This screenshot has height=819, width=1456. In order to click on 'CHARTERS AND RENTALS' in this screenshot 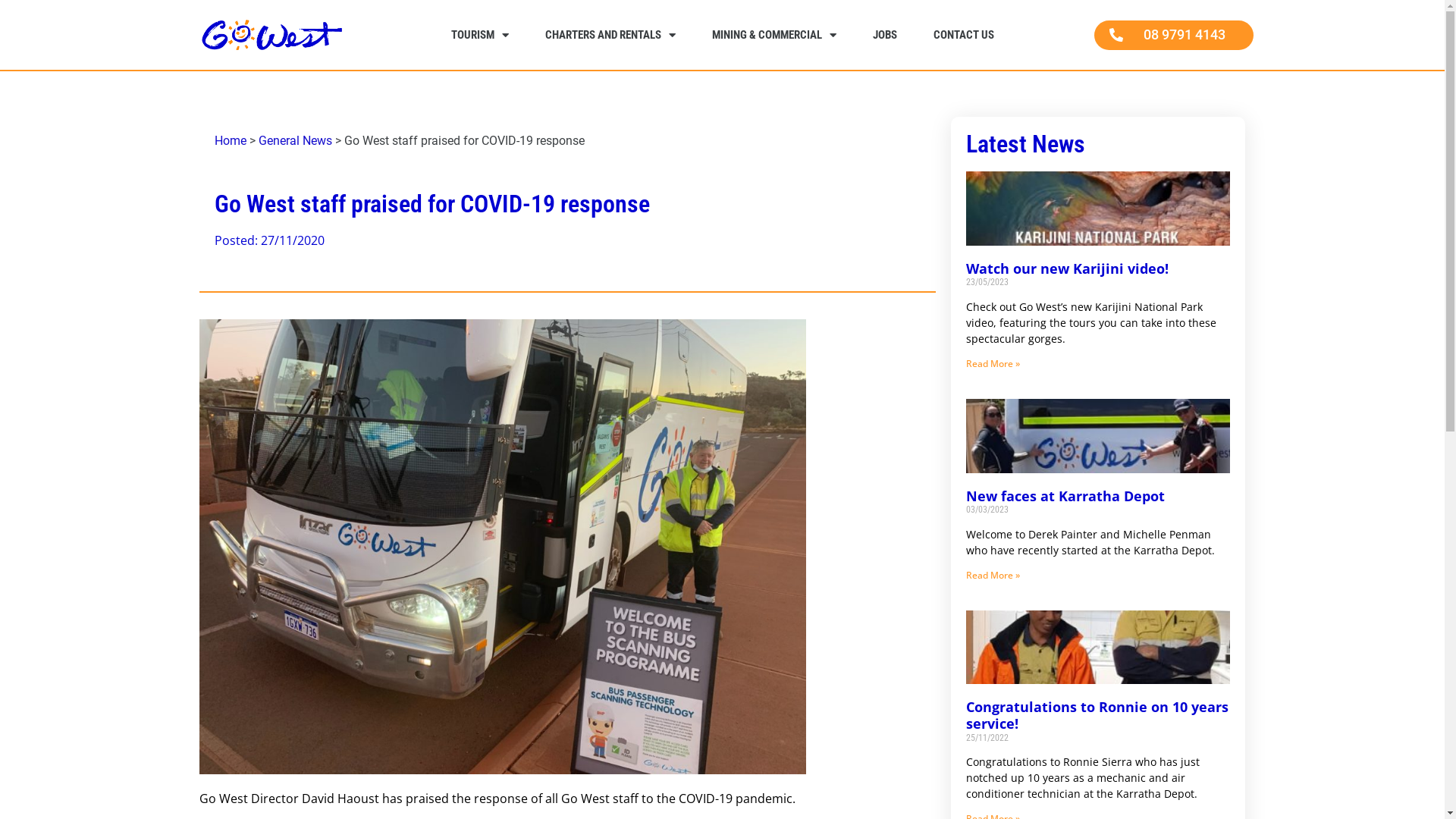, I will do `click(609, 34)`.